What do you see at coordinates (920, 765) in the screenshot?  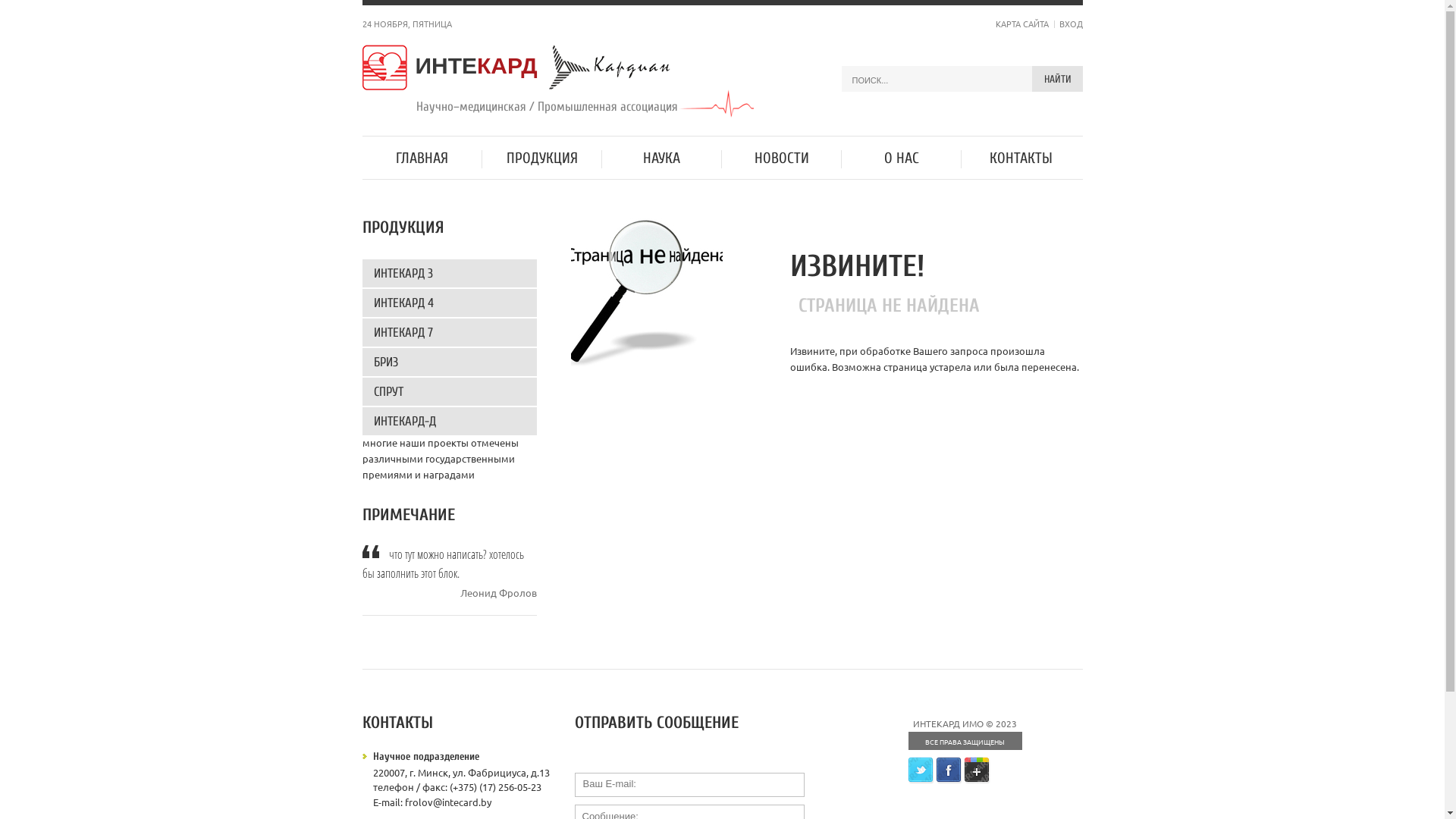 I see `'Twitter'` at bounding box center [920, 765].